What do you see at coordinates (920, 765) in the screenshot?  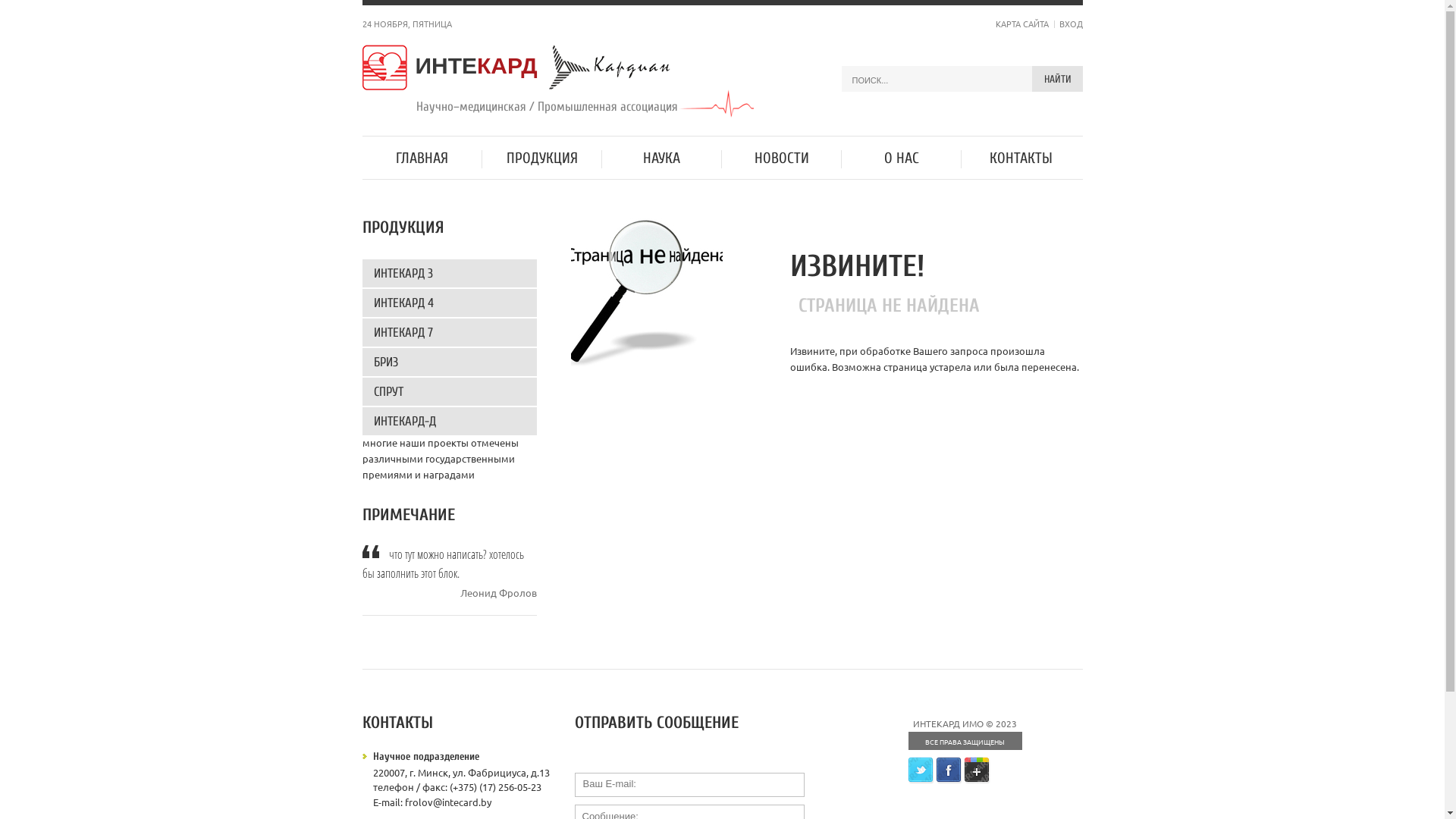 I see `'Twitter'` at bounding box center [920, 765].